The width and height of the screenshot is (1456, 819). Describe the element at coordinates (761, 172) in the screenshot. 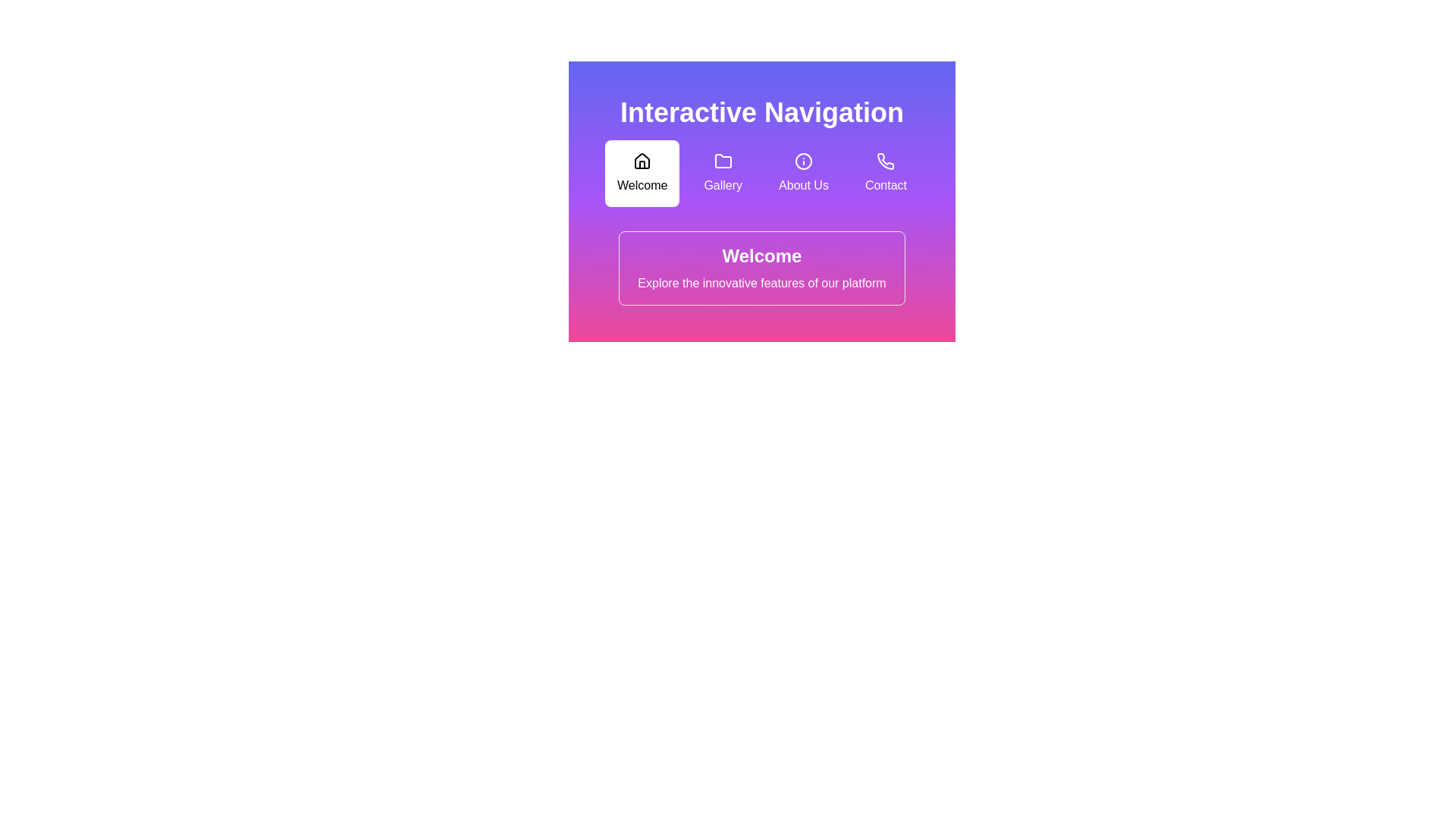

I see `the navigation bar for keyboard navigation` at that location.